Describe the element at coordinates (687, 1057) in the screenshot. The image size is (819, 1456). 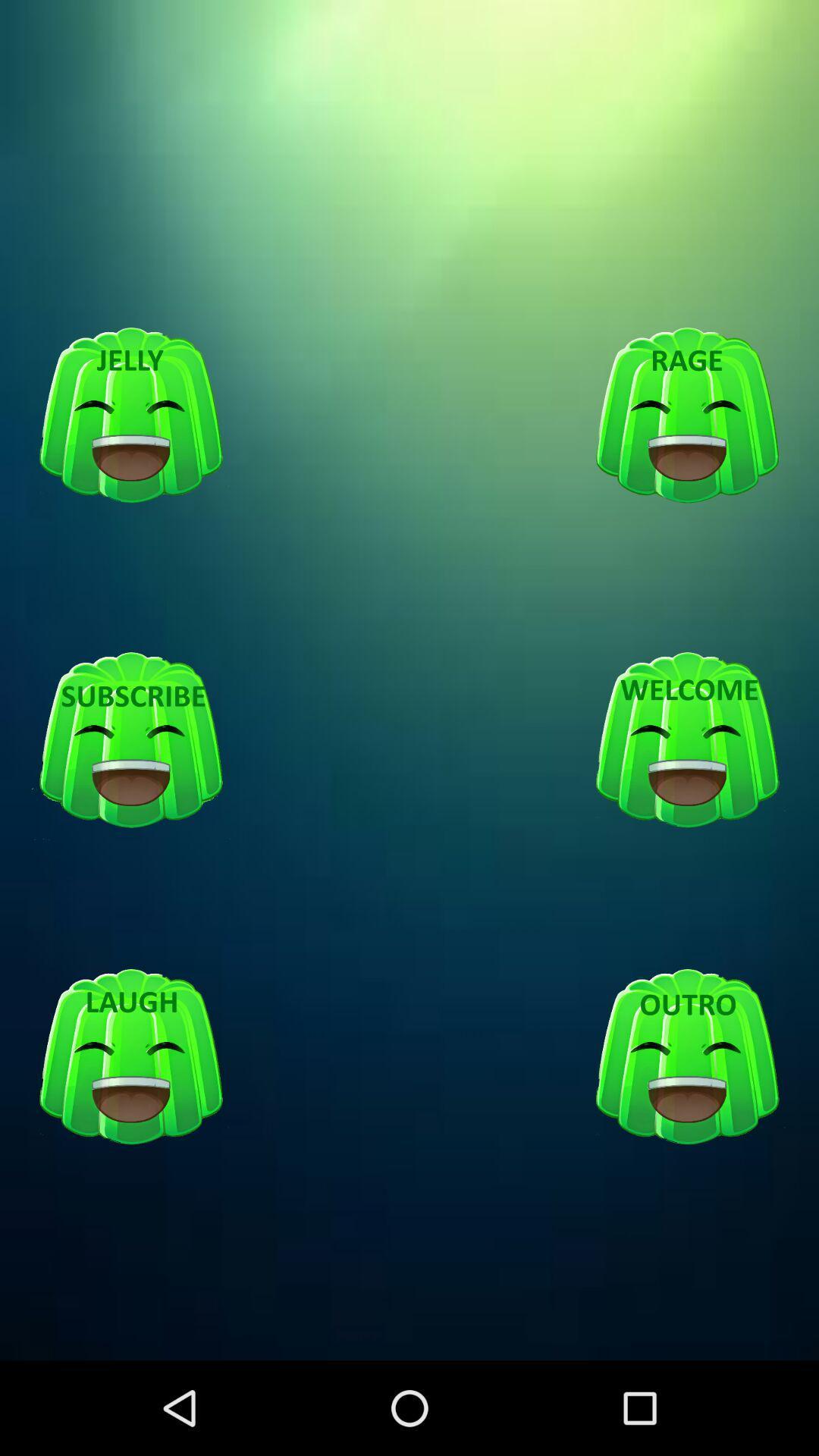
I see `outro` at that location.